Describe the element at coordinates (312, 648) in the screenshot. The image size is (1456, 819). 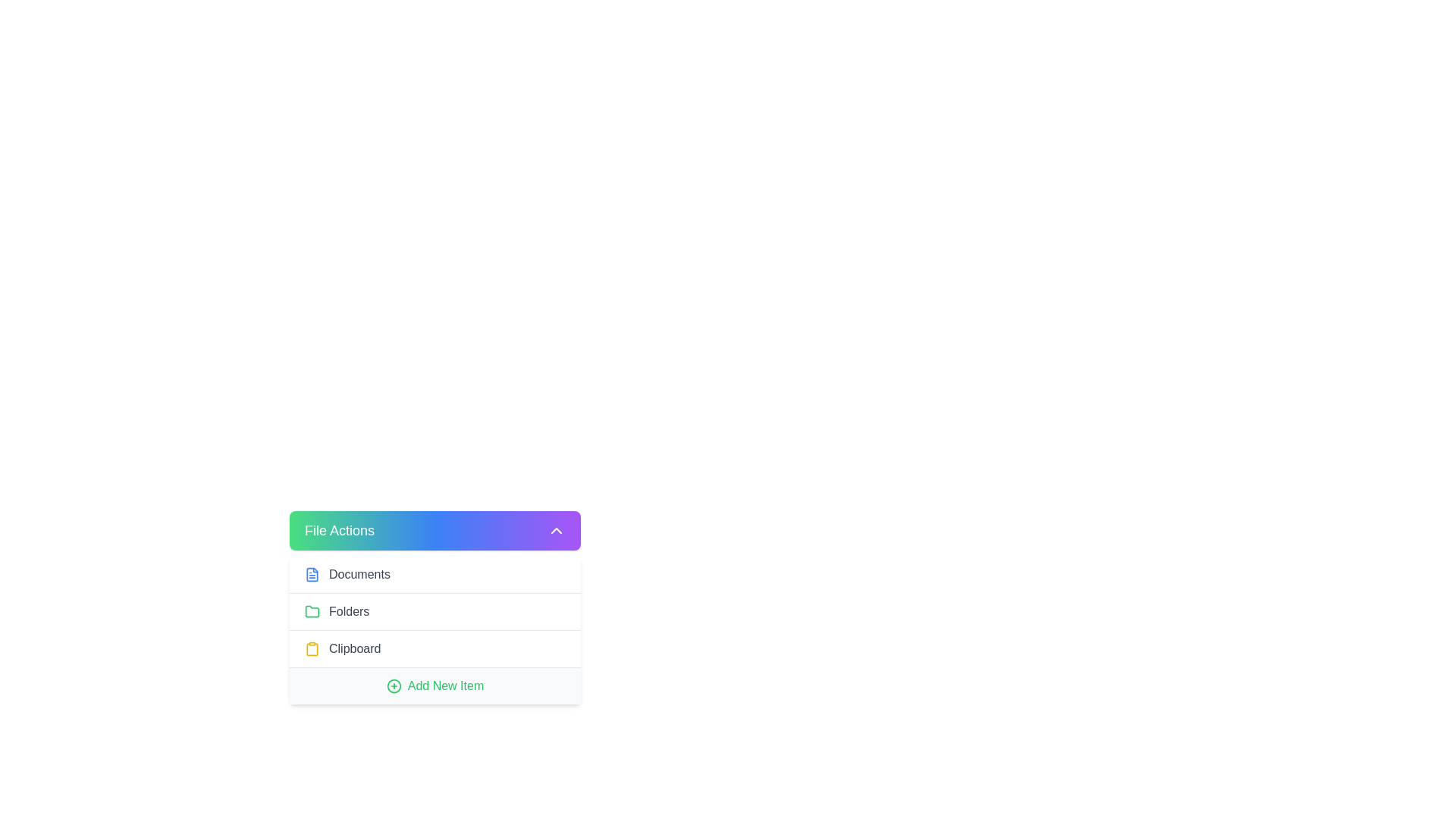
I see `the clipboard icon located in the 'File Actions' dropdown menu, which indicates the 'Clipboard' option next to 'Documents' and 'Folders'` at that location.